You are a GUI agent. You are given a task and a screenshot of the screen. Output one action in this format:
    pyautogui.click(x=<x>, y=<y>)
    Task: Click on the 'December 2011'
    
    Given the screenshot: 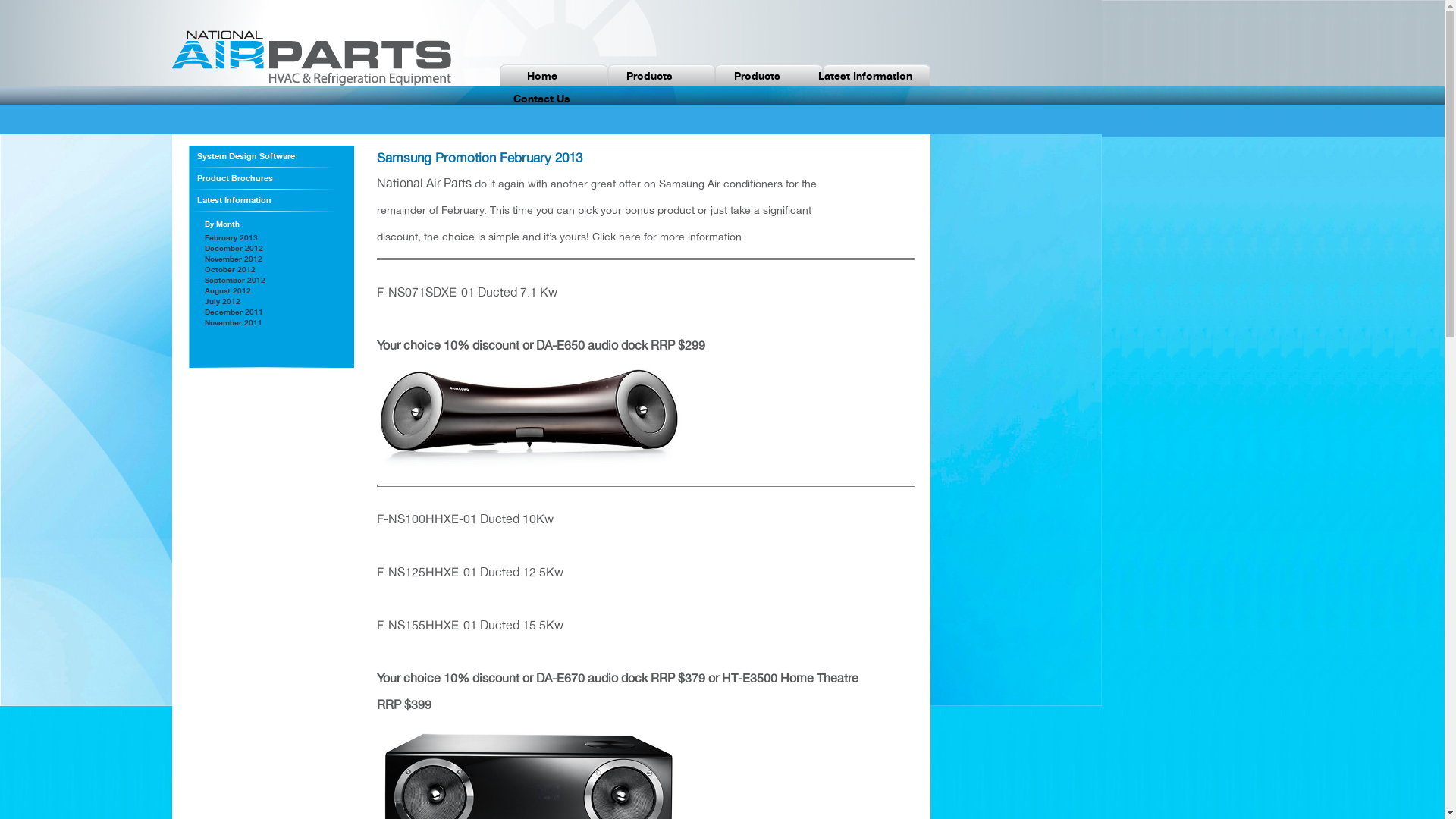 What is the action you would take?
    pyautogui.click(x=233, y=311)
    